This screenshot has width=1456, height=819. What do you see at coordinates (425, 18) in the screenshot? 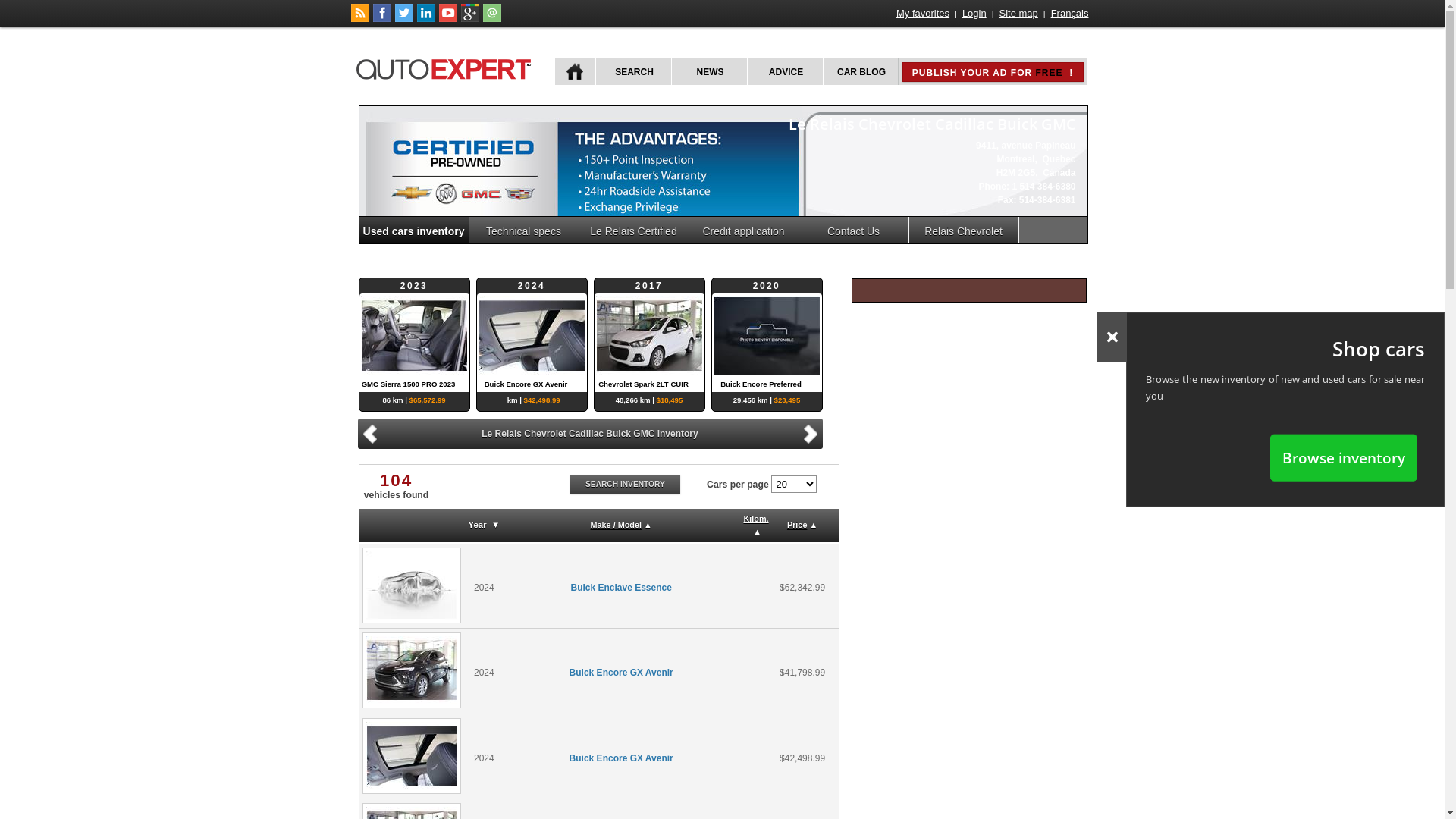
I see `'Follow Publications Le Guide Inc. on LinkedIn'` at bounding box center [425, 18].